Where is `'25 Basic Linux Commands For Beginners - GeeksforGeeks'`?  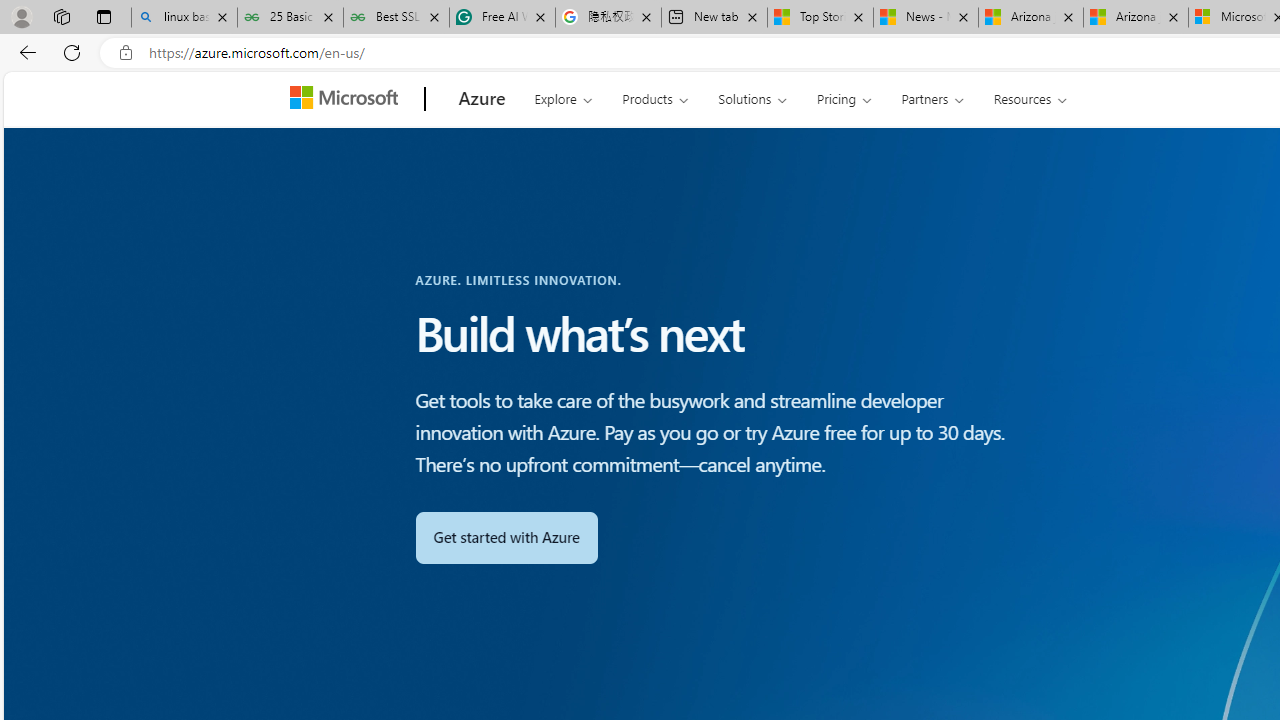 '25 Basic Linux Commands For Beginners - GeeksforGeeks' is located at coordinates (289, 17).